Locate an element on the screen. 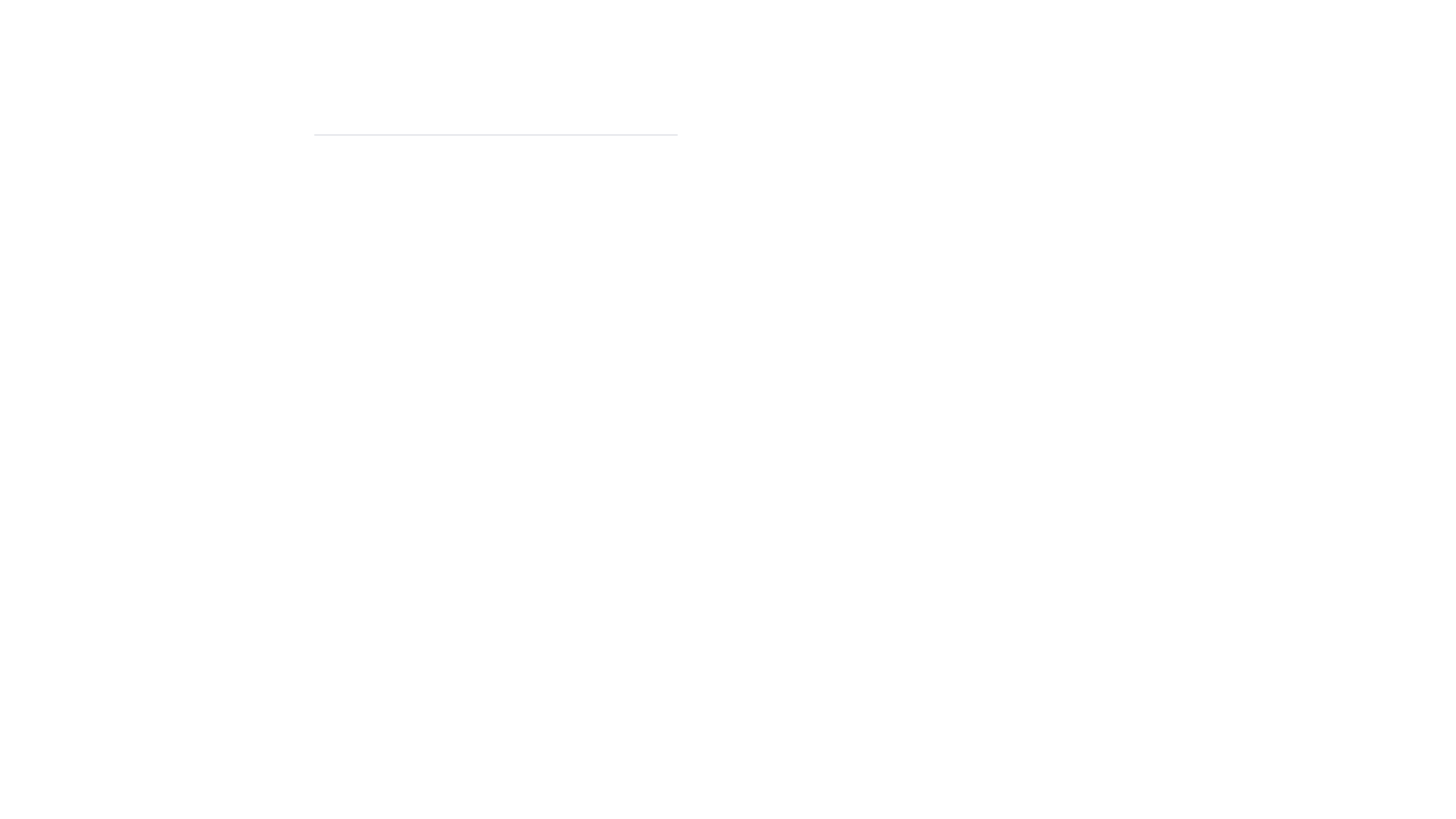 Image resolution: width=1456 pixels, height=819 pixels. the previous slide button in the carousel by tabbing to it is located at coordinates (334, 133).